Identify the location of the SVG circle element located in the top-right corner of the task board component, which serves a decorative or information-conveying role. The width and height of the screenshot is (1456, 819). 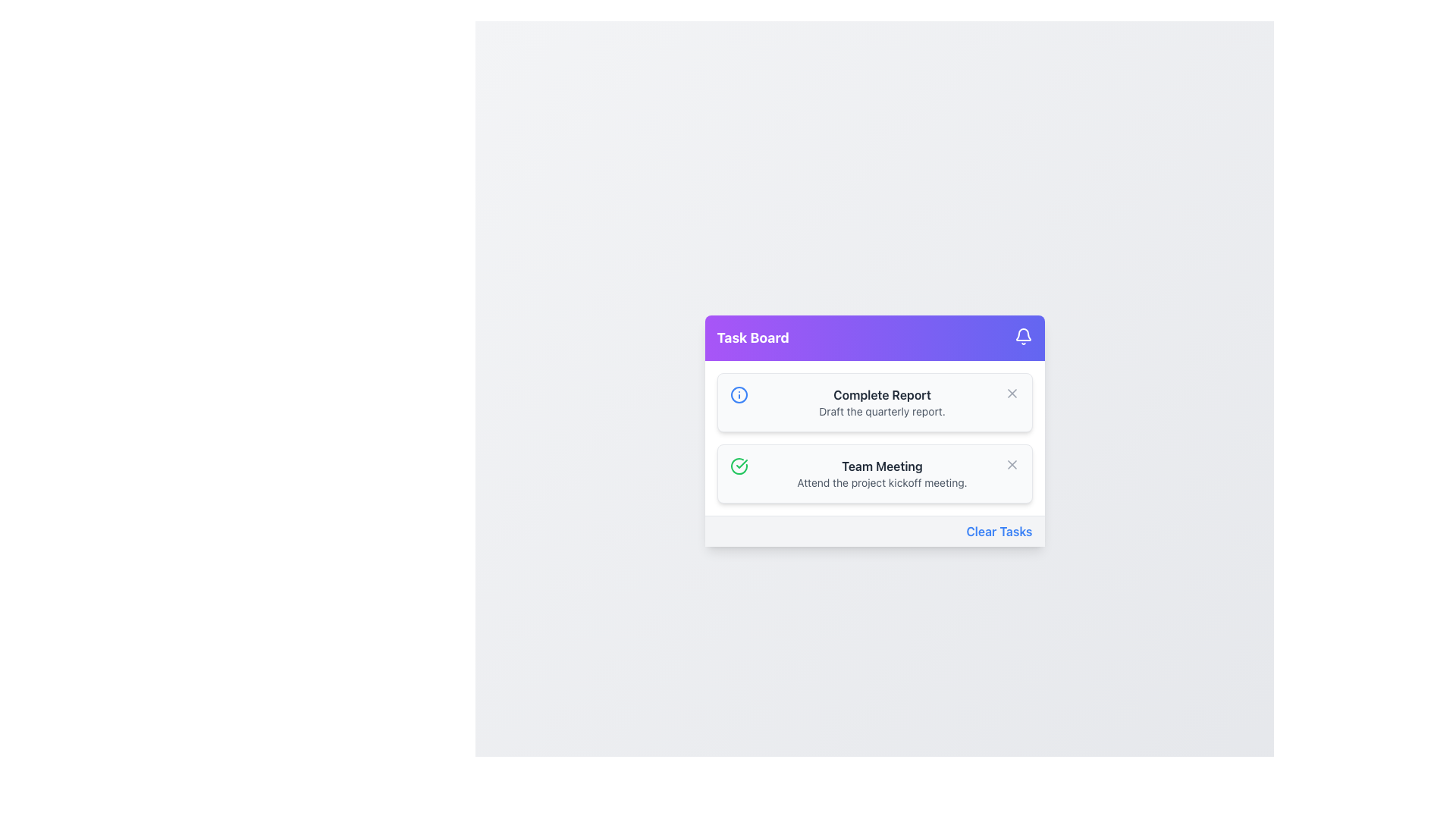
(739, 394).